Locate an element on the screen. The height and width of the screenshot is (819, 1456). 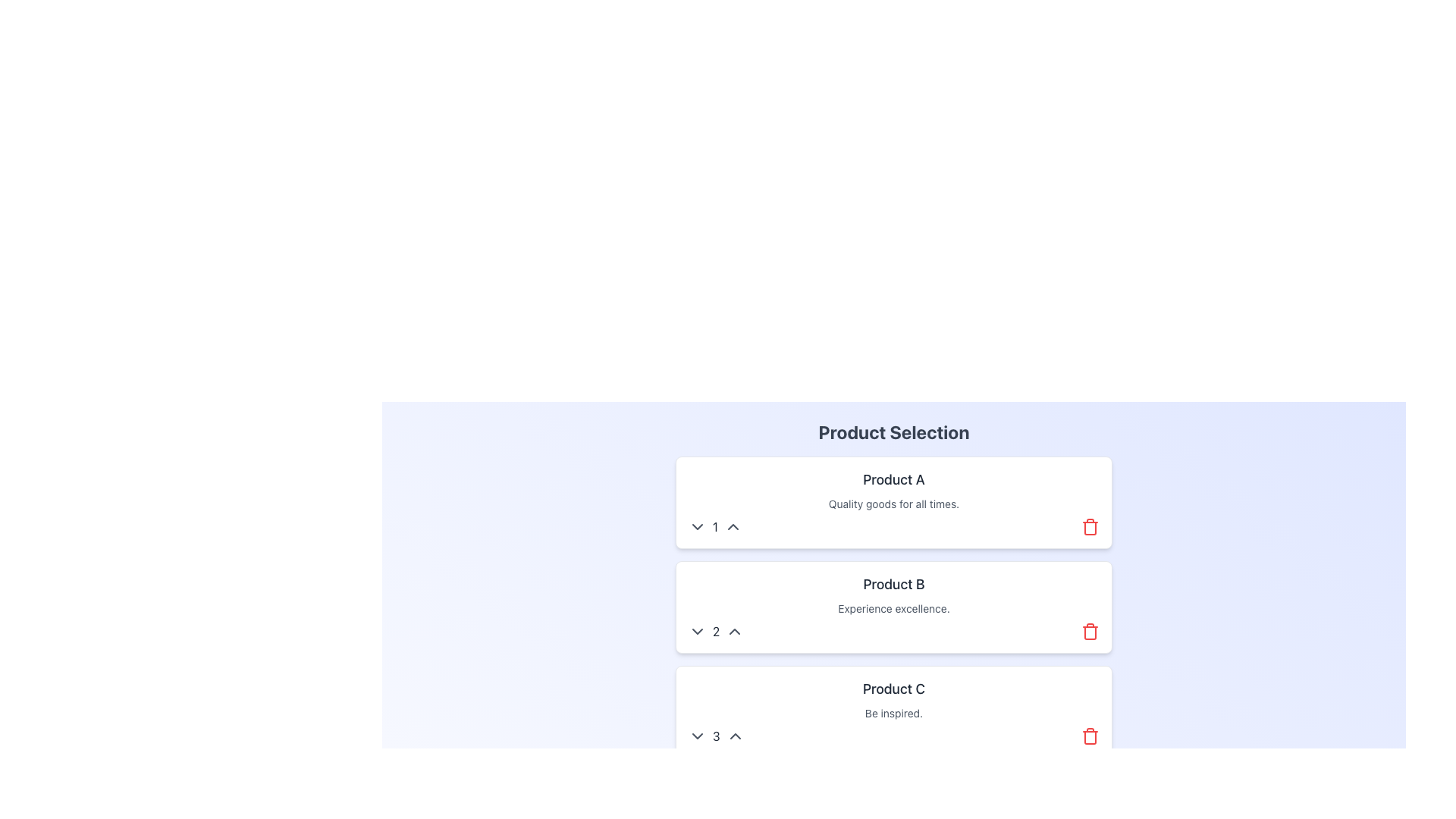
the static textual element displaying a numerical value in the lower-left corner of the 'Product C' box, located between the up and down navigation arrows is located at coordinates (715, 736).